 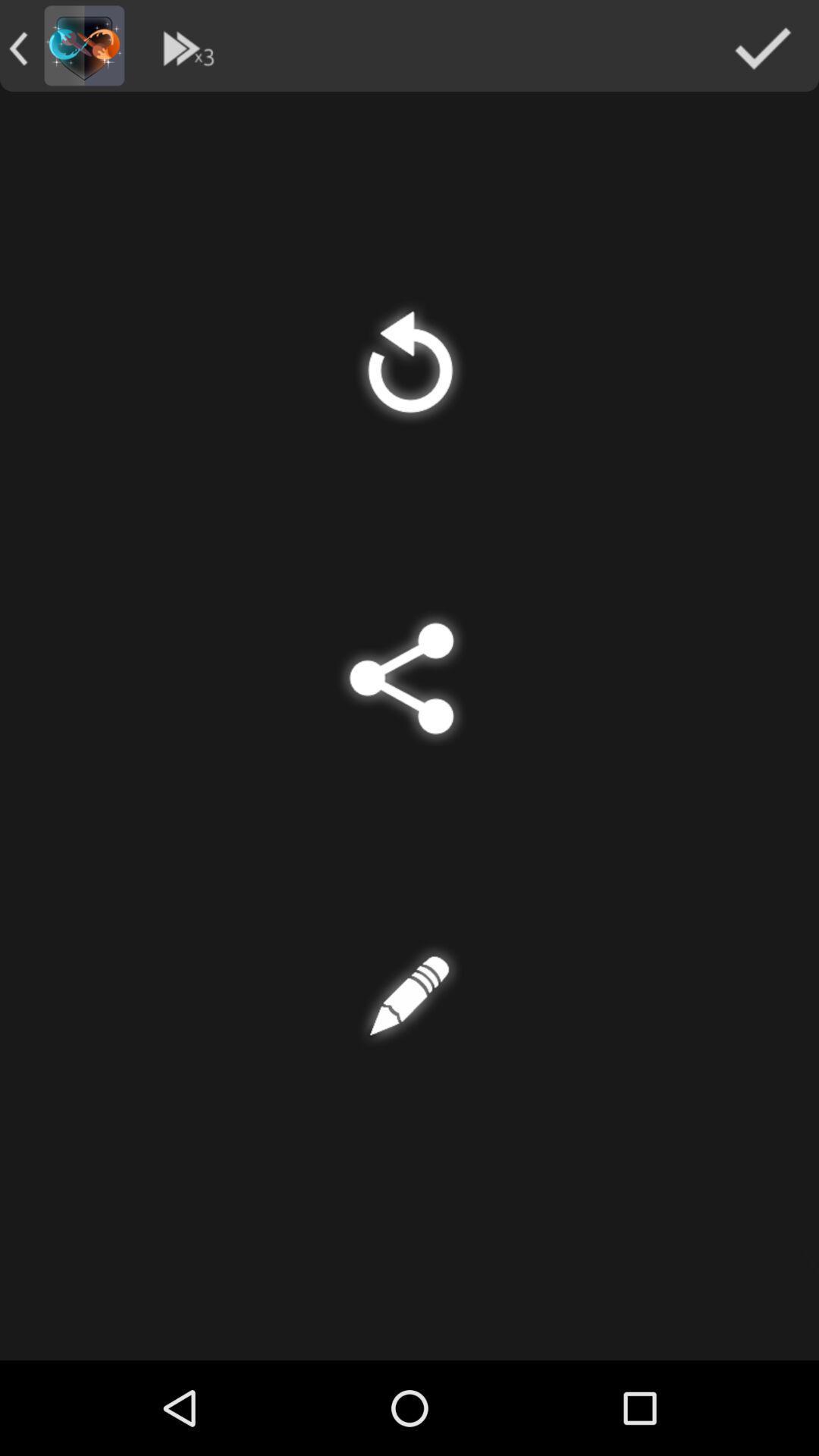 I want to click on the share icon, so click(x=409, y=726).